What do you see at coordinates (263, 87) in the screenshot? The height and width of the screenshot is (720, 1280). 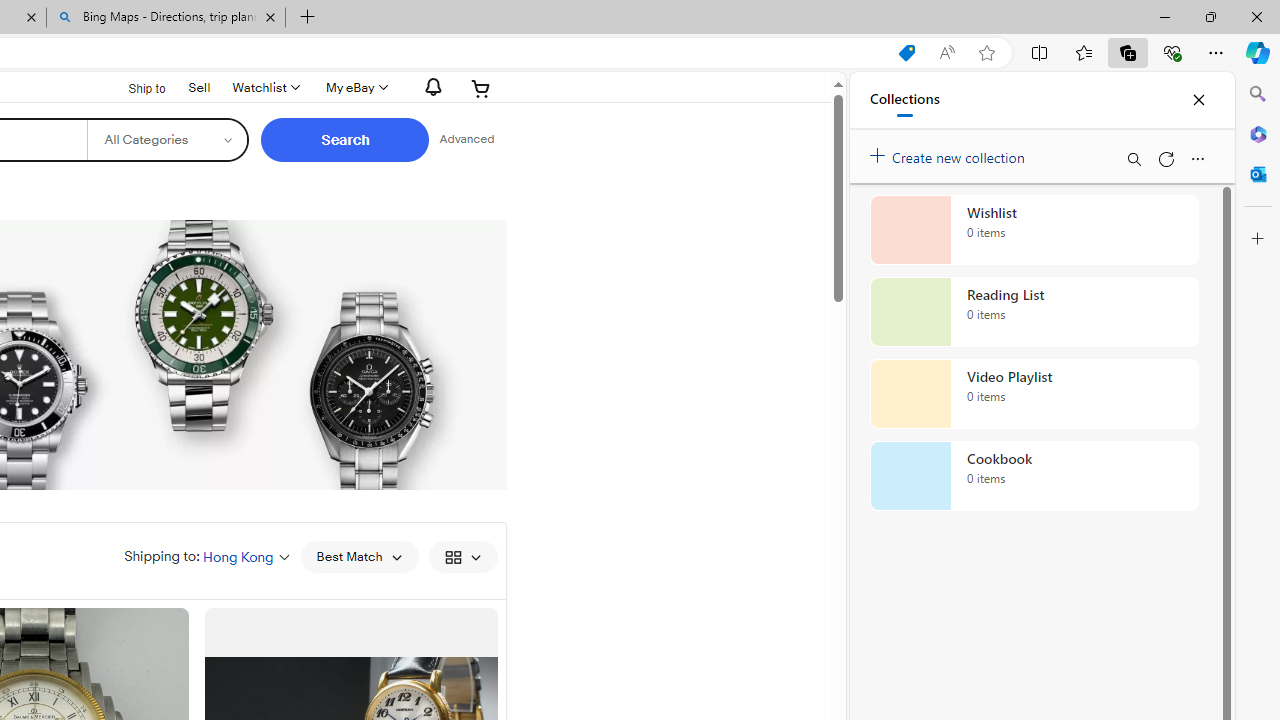 I see `'Watchlist'` at bounding box center [263, 87].